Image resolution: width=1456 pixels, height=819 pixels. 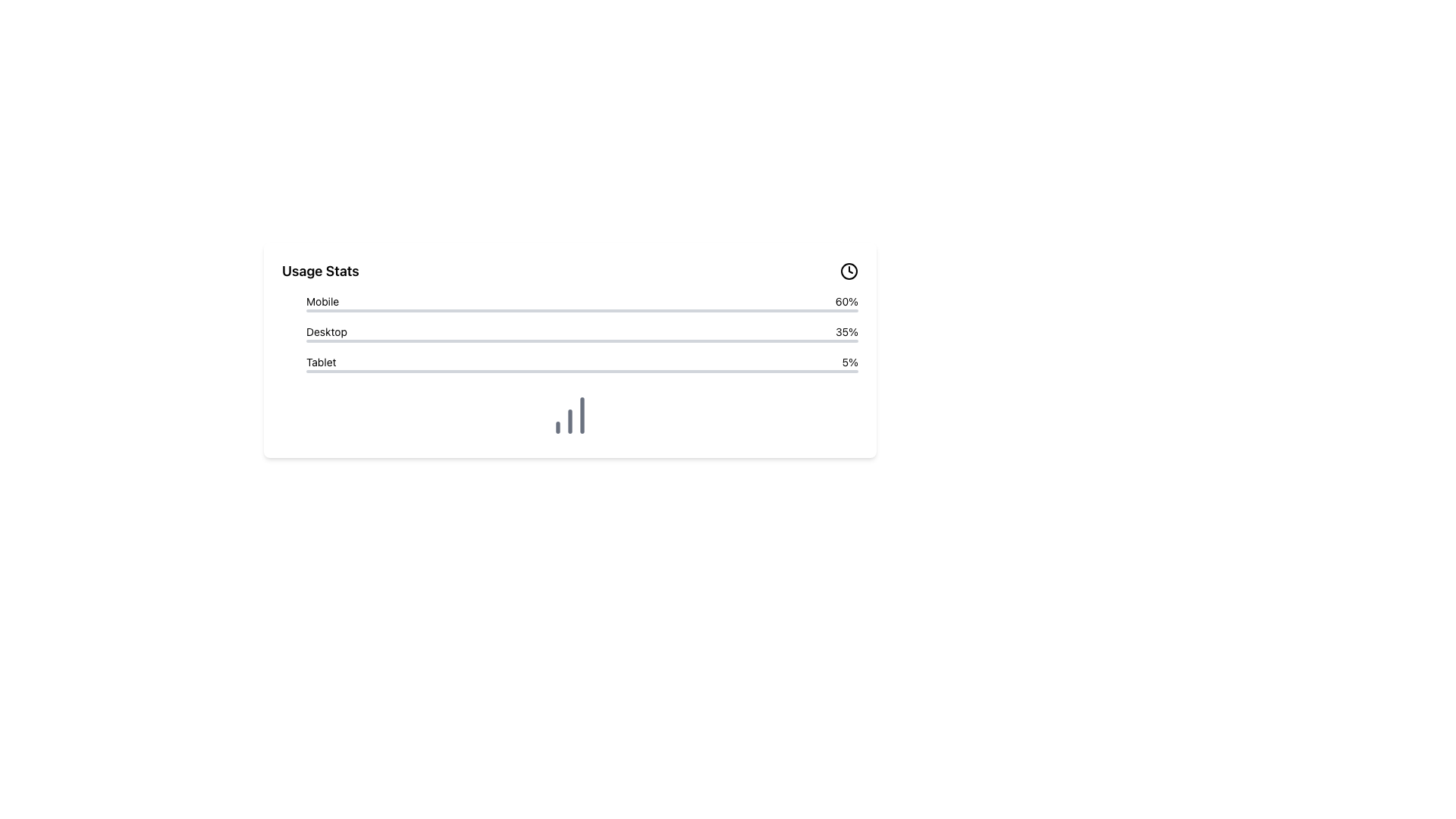 What do you see at coordinates (319, 371) in the screenshot?
I see `the blue progress bar segment located within the gray horizontal bar under the 'Tablet' label` at bounding box center [319, 371].